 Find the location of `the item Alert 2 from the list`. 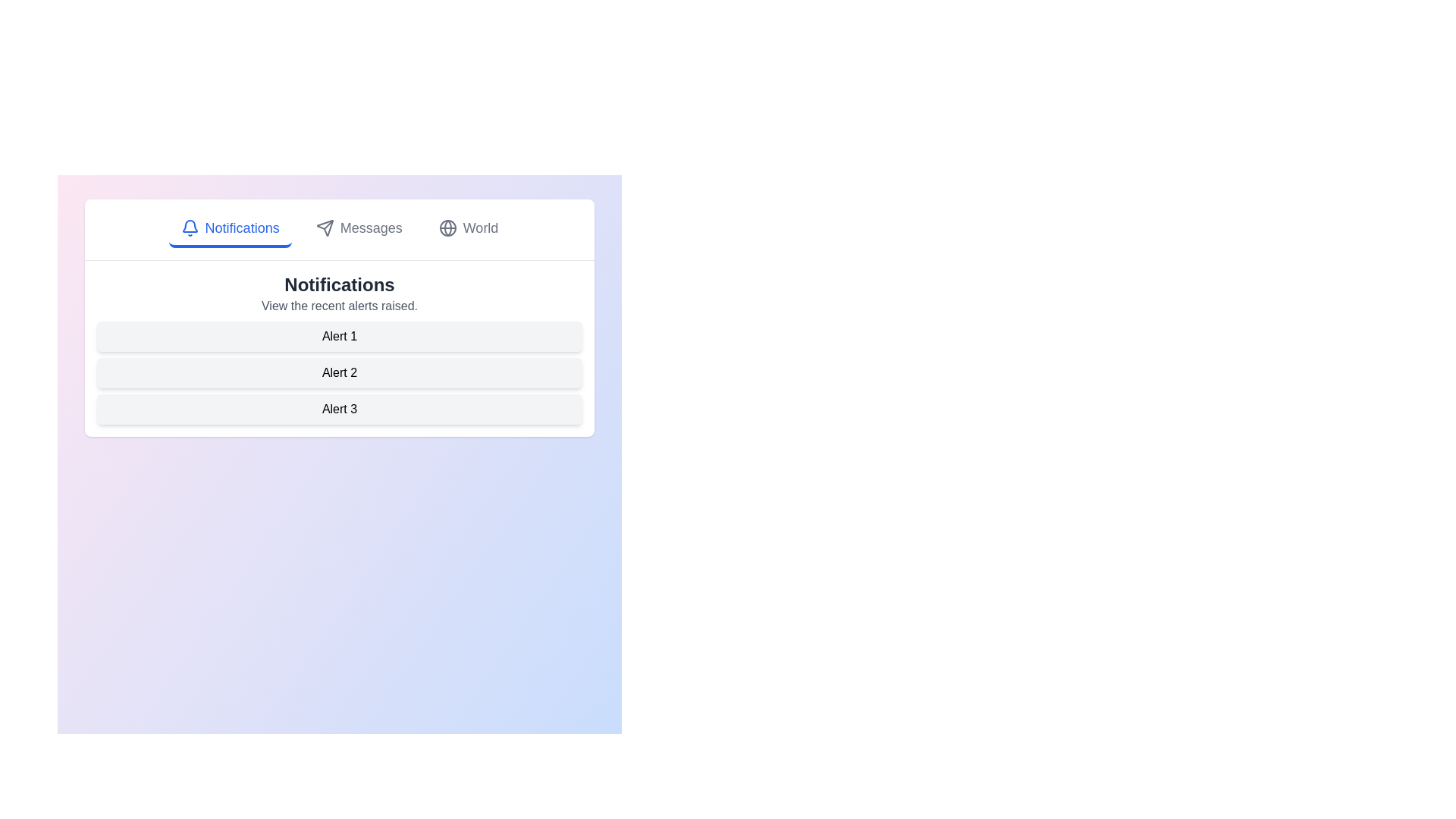

the item Alert 2 from the list is located at coordinates (338, 373).